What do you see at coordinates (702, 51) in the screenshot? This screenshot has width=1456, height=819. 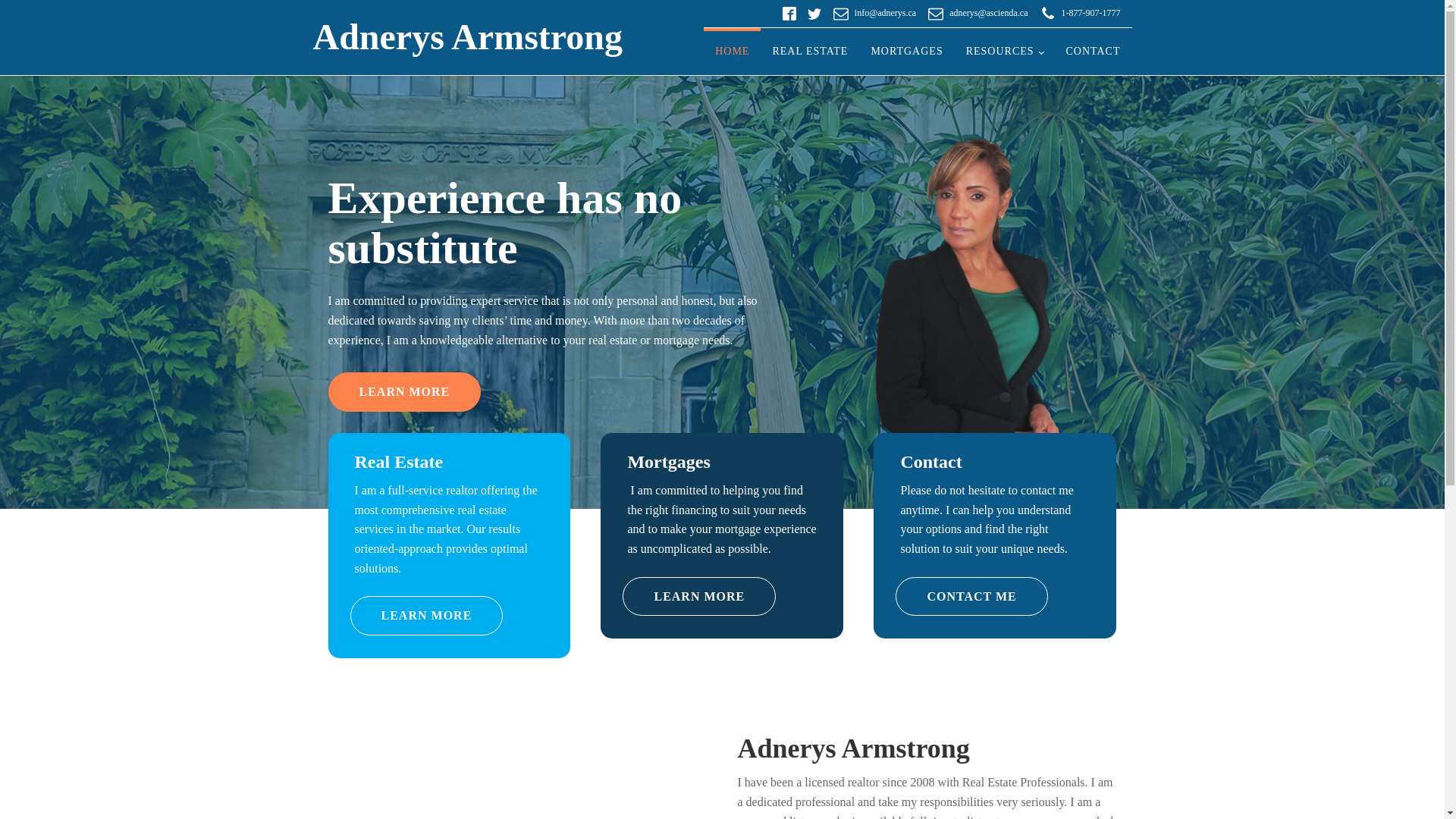 I see `'HOME'` at bounding box center [702, 51].